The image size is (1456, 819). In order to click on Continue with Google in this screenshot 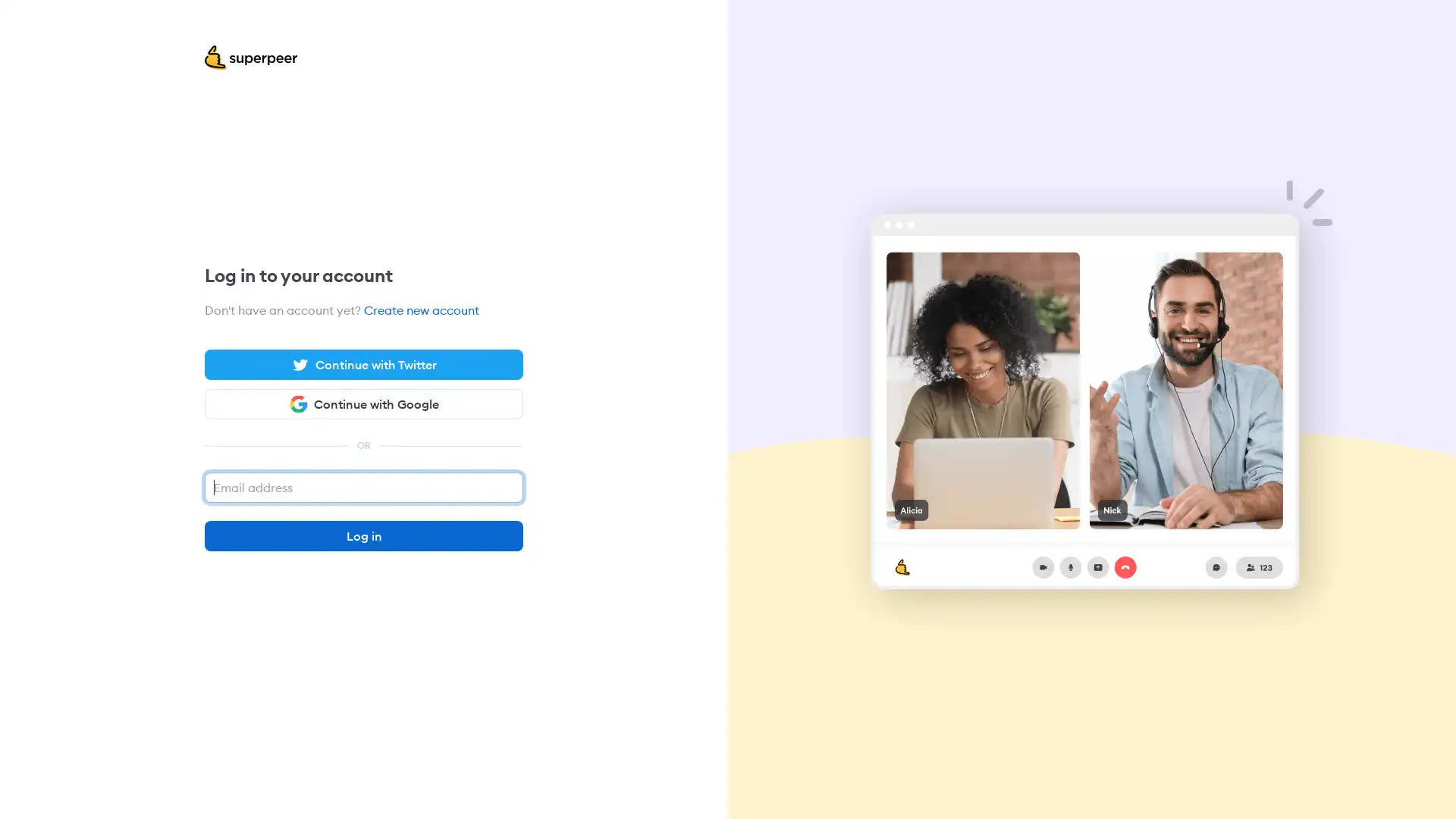, I will do `click(364, 403)`.